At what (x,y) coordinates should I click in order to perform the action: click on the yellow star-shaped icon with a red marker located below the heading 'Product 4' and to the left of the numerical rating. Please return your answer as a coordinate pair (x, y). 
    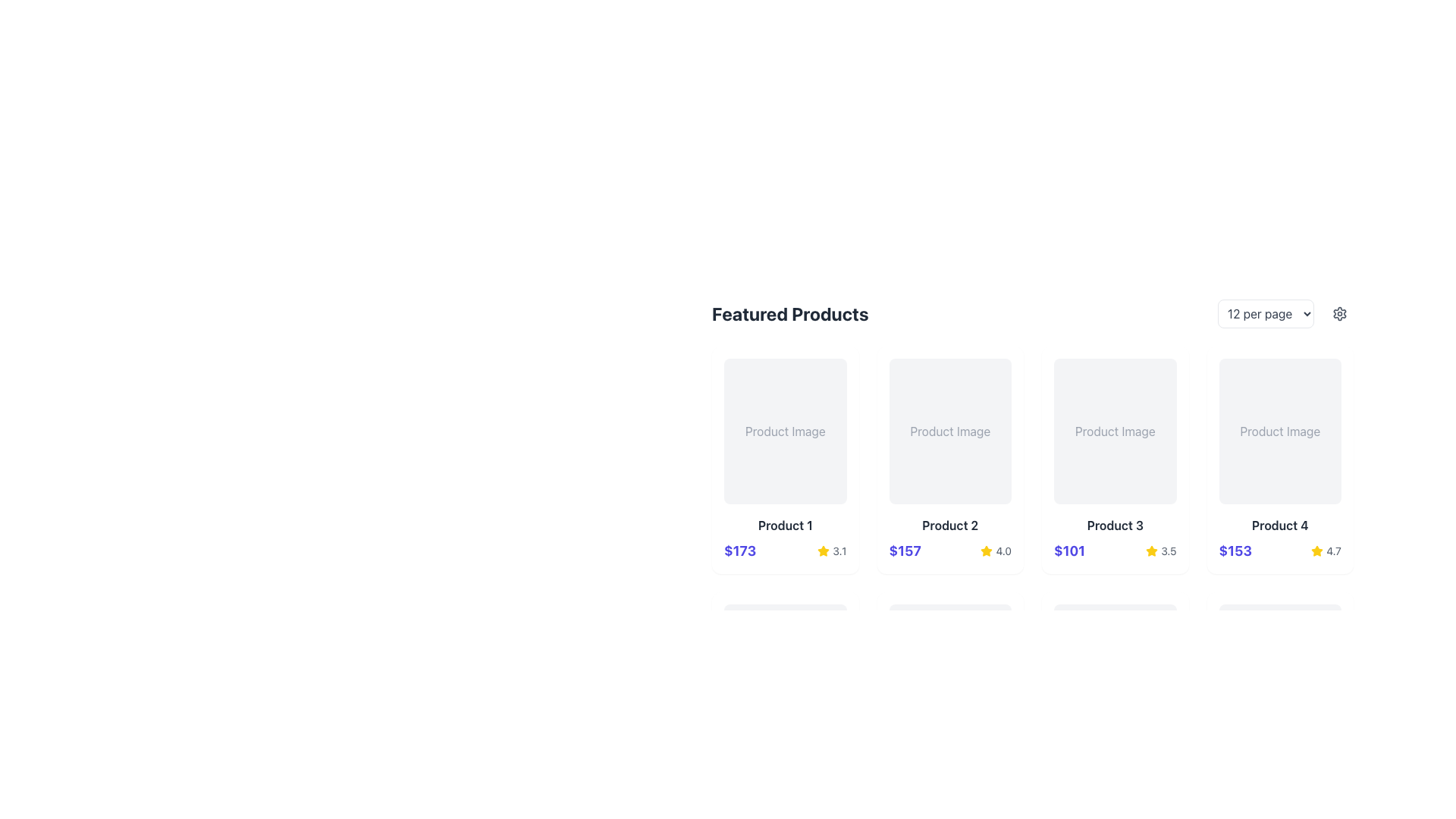
    Looking at the image, I should click on (1316, 551).